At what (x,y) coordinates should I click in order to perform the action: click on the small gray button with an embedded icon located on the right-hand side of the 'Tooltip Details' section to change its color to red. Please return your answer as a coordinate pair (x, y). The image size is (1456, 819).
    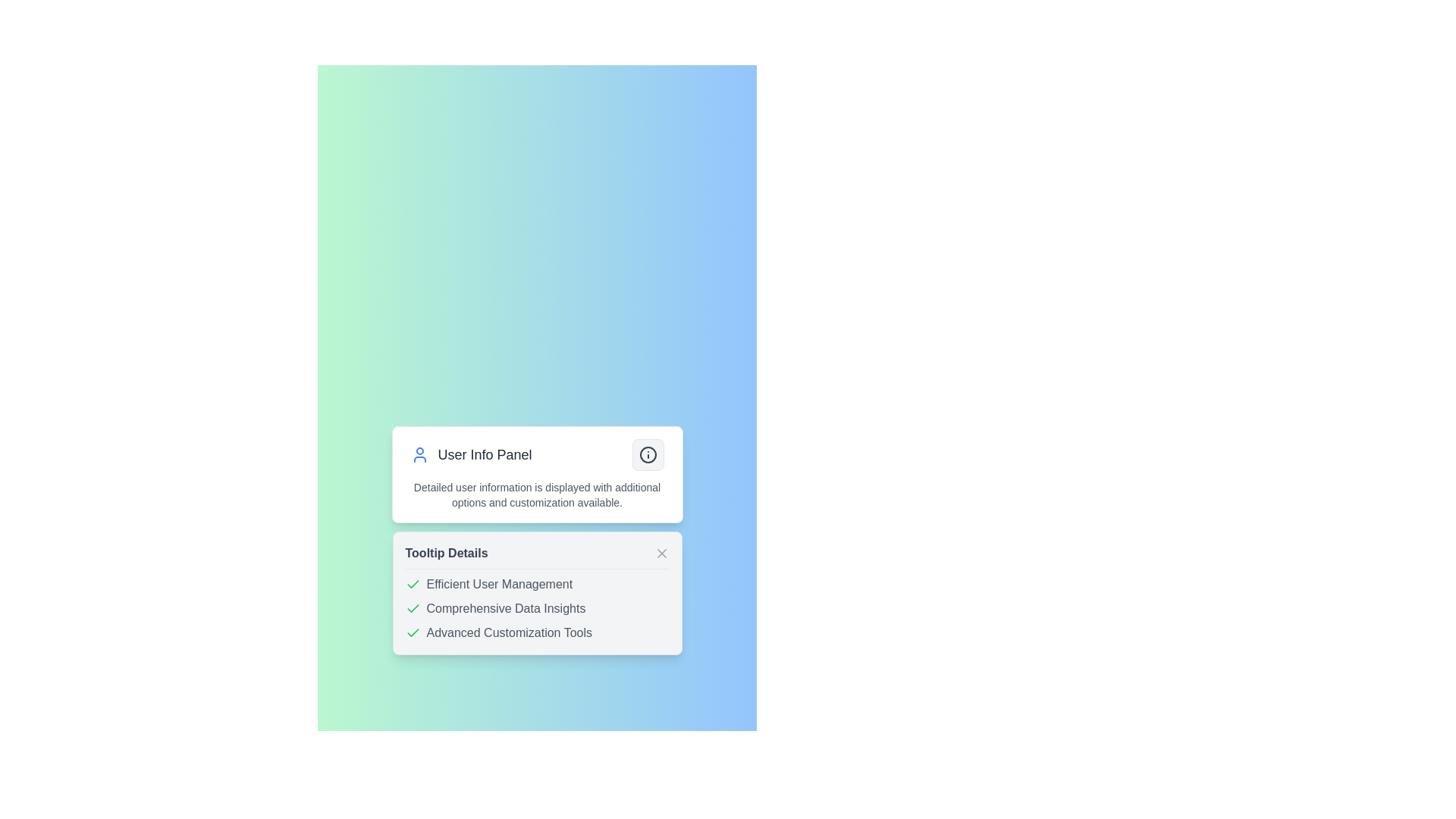
    Looking at the image, I should click on (661, 553).